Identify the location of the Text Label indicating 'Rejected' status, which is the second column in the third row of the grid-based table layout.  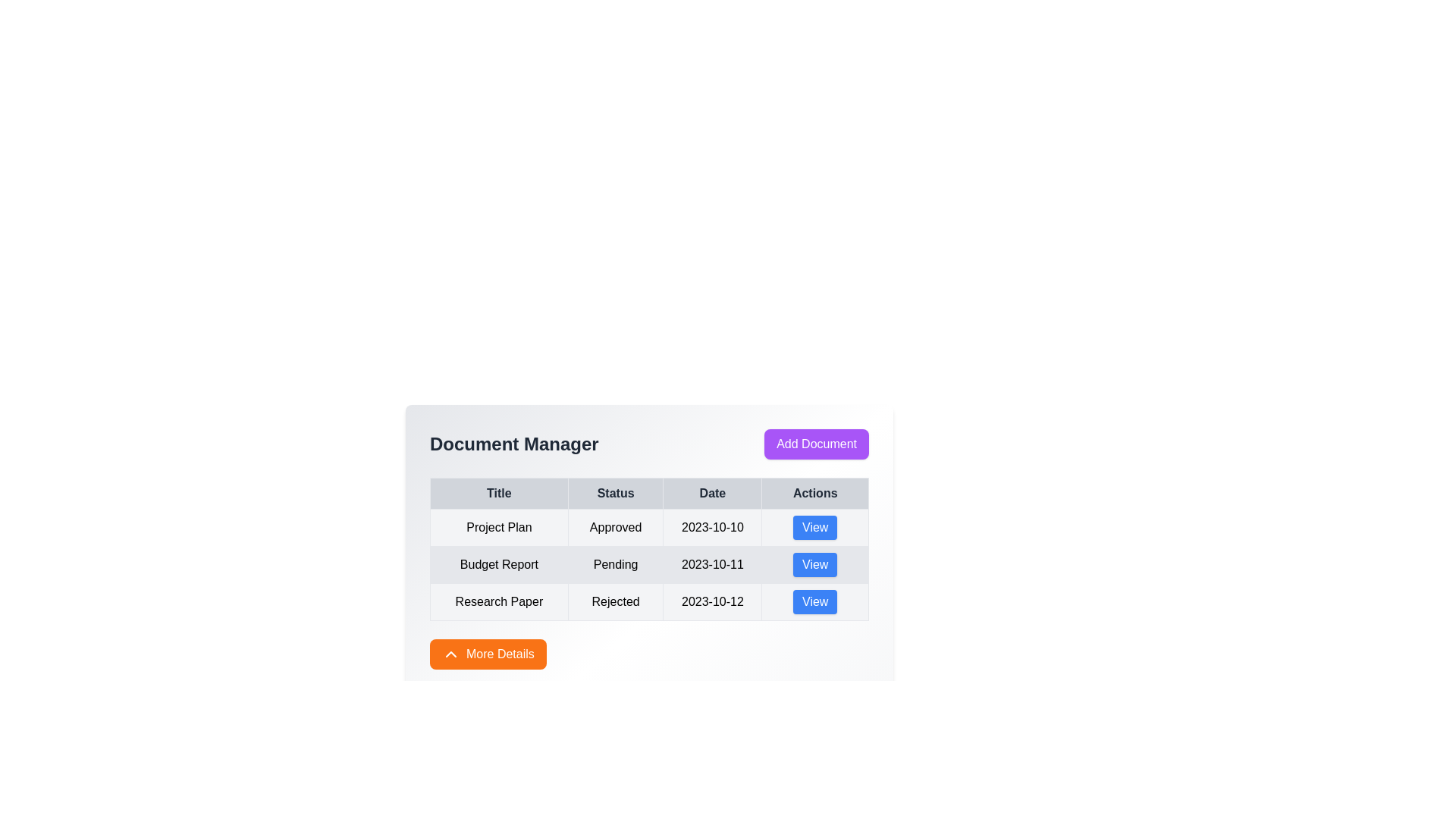
(616, 601).